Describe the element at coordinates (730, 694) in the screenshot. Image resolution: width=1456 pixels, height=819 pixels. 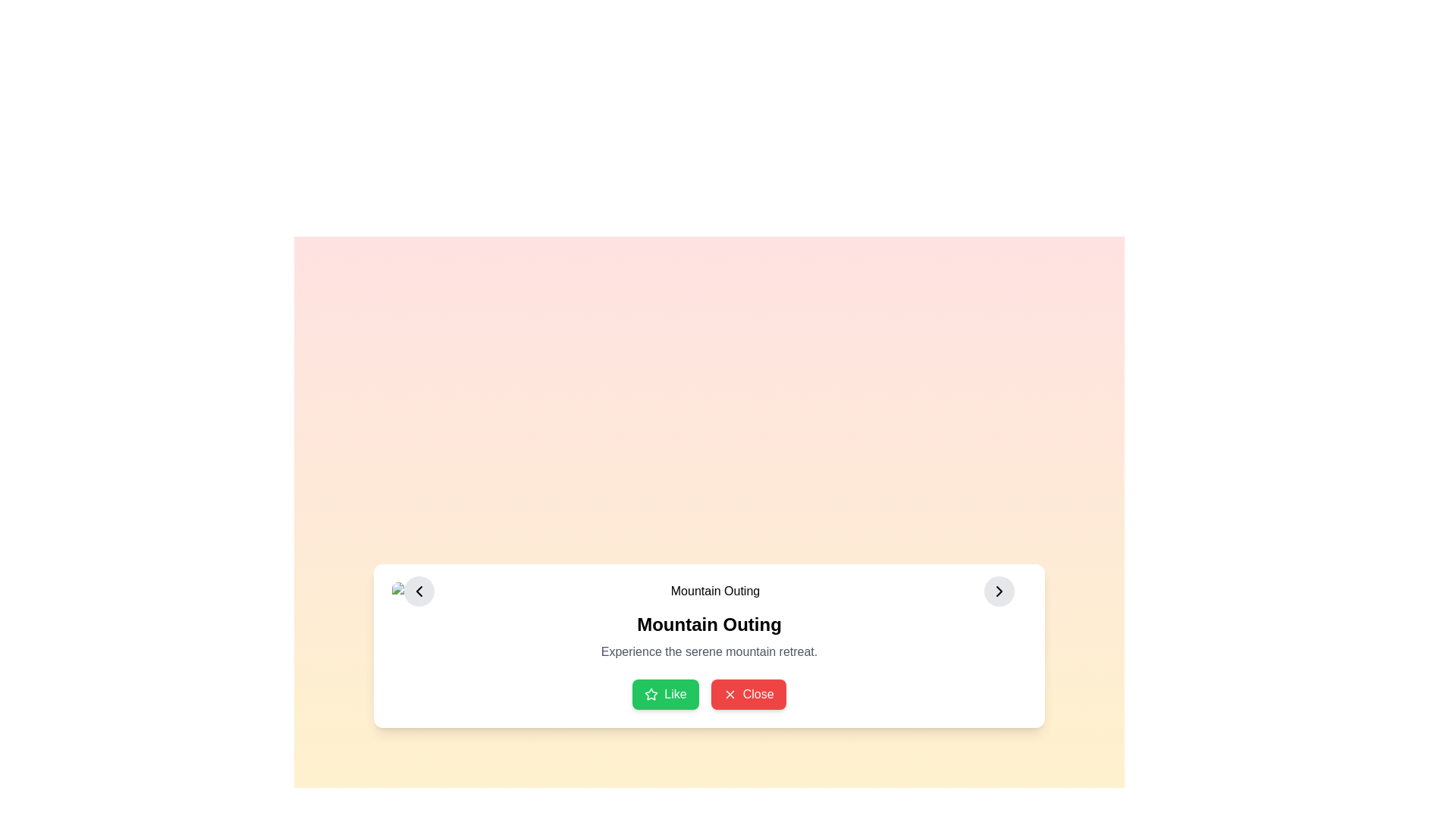
I see `the 'Close' button which features a decorative icon styled as a small cross symbol with a red background` at that location.